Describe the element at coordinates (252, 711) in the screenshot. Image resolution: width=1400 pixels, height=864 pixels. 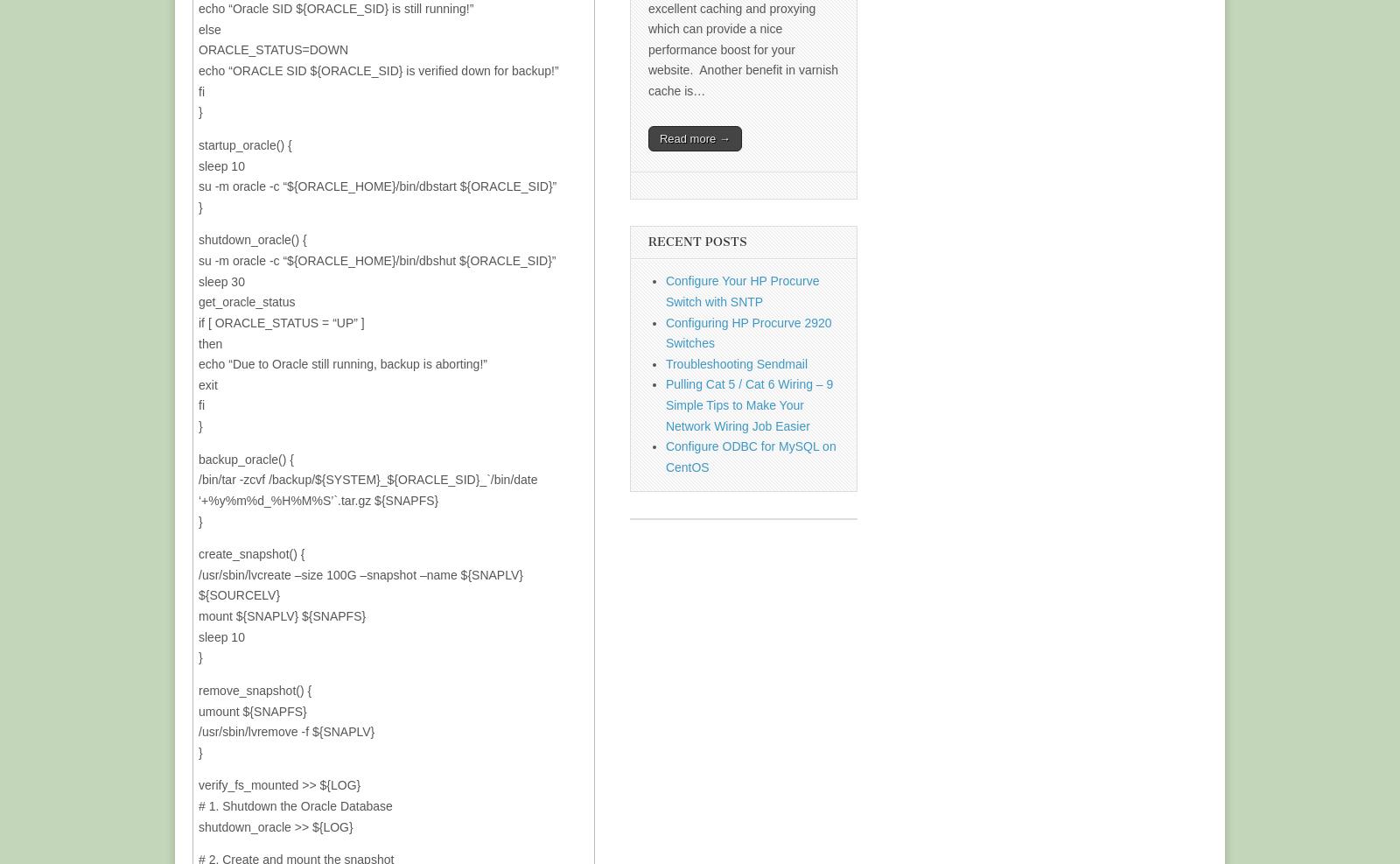
I see `'umount ${SNAPFS}'` at that location.